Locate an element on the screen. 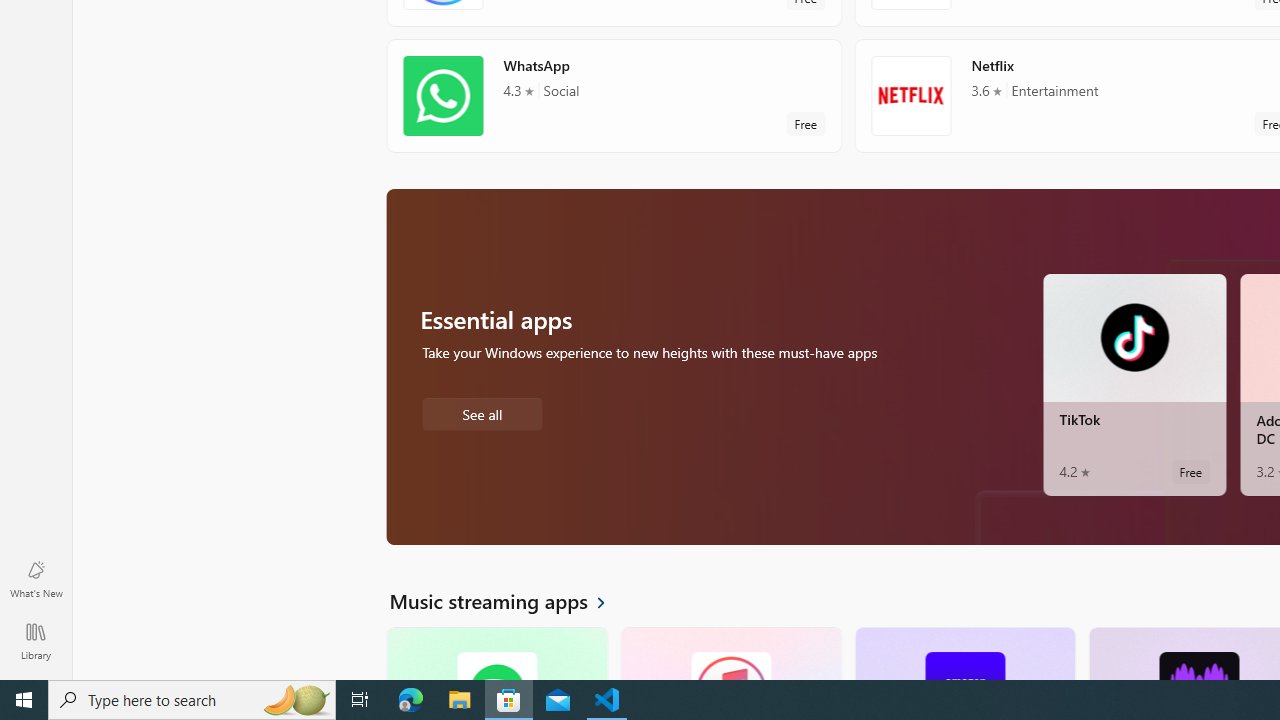  'What' is located at coordinates (35, 578).